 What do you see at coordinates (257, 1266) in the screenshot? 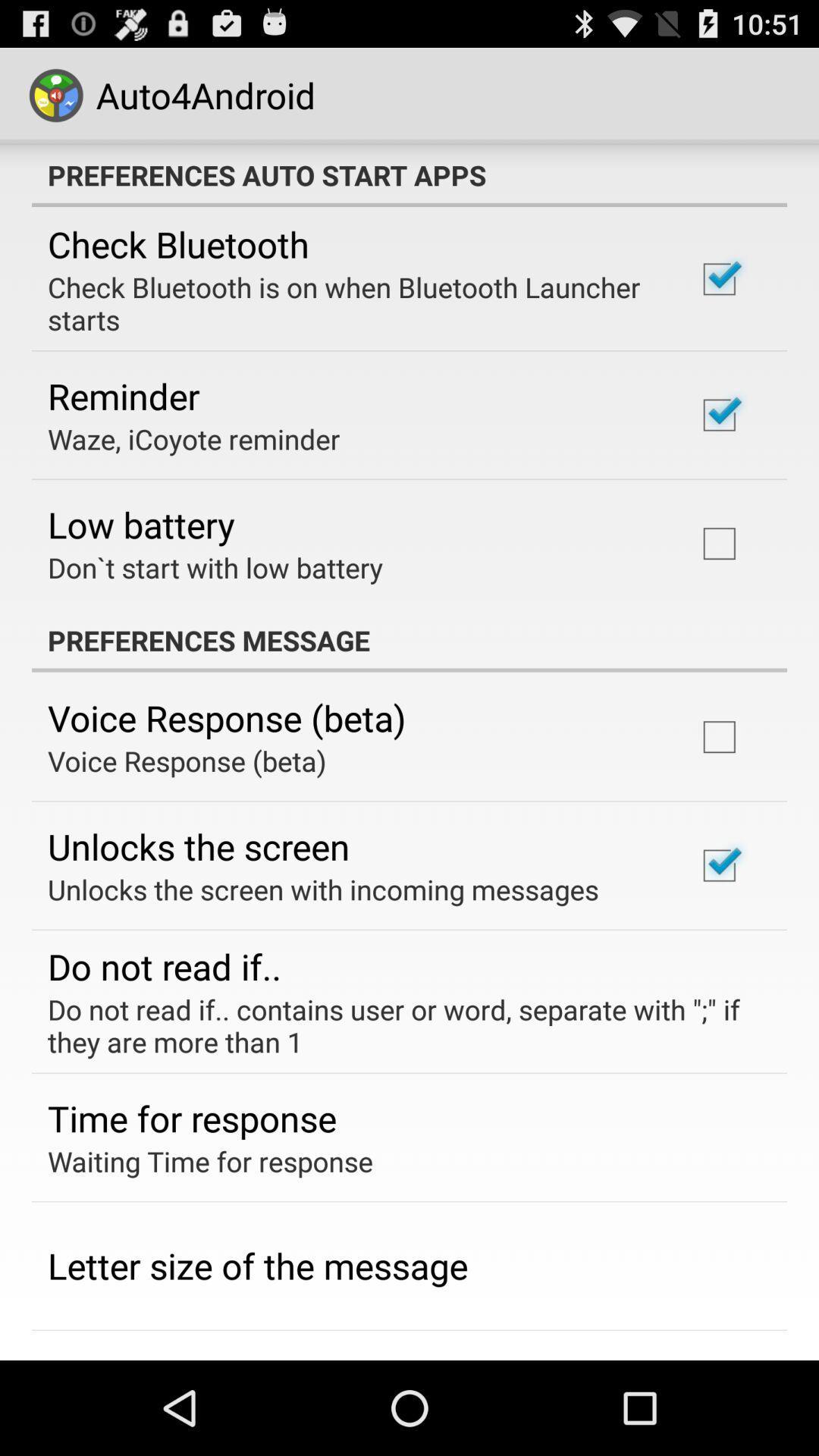
I see `letter size of` at bounding box center [257, 1266].